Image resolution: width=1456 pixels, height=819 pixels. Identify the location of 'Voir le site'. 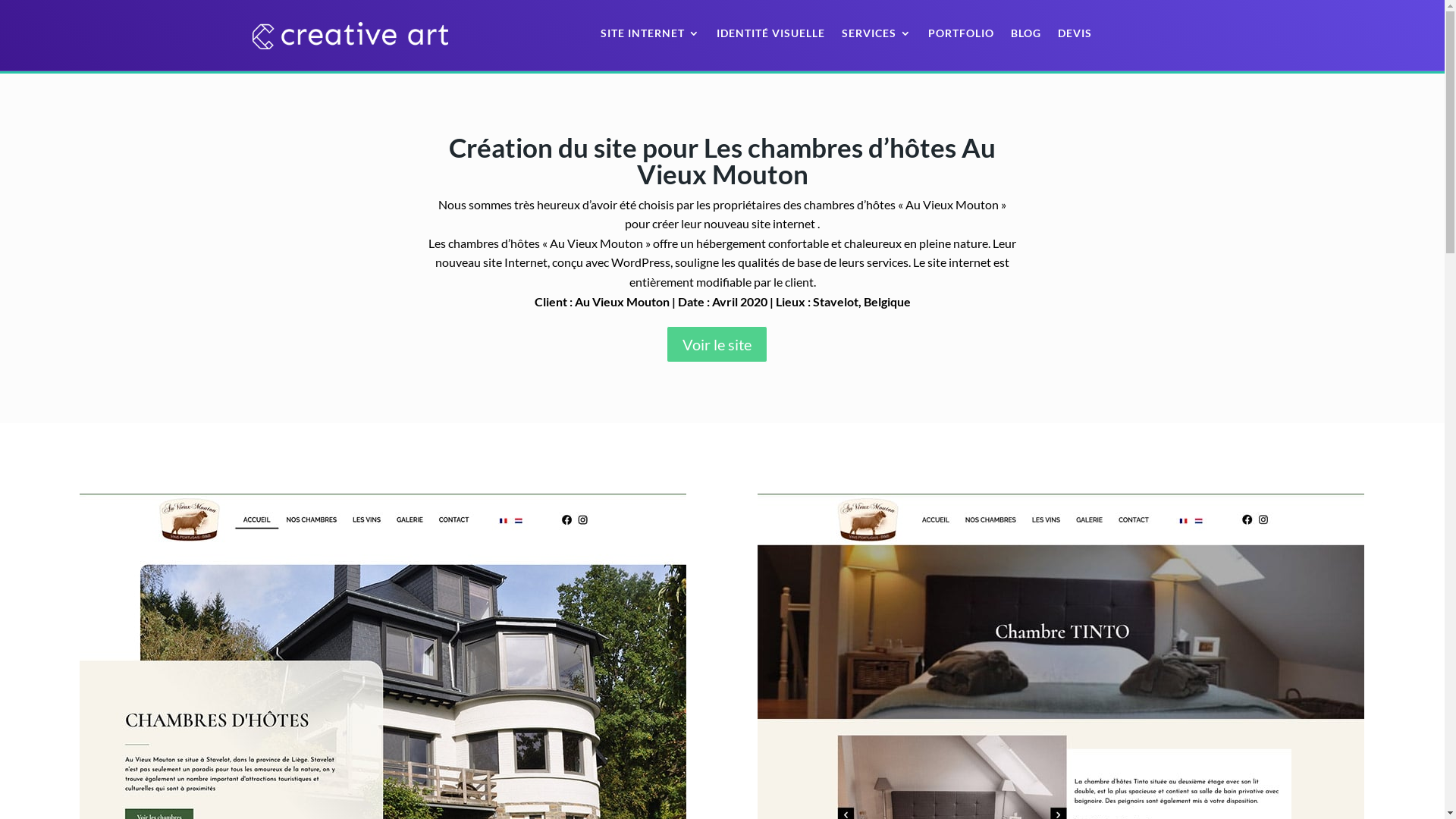
(715, 344).